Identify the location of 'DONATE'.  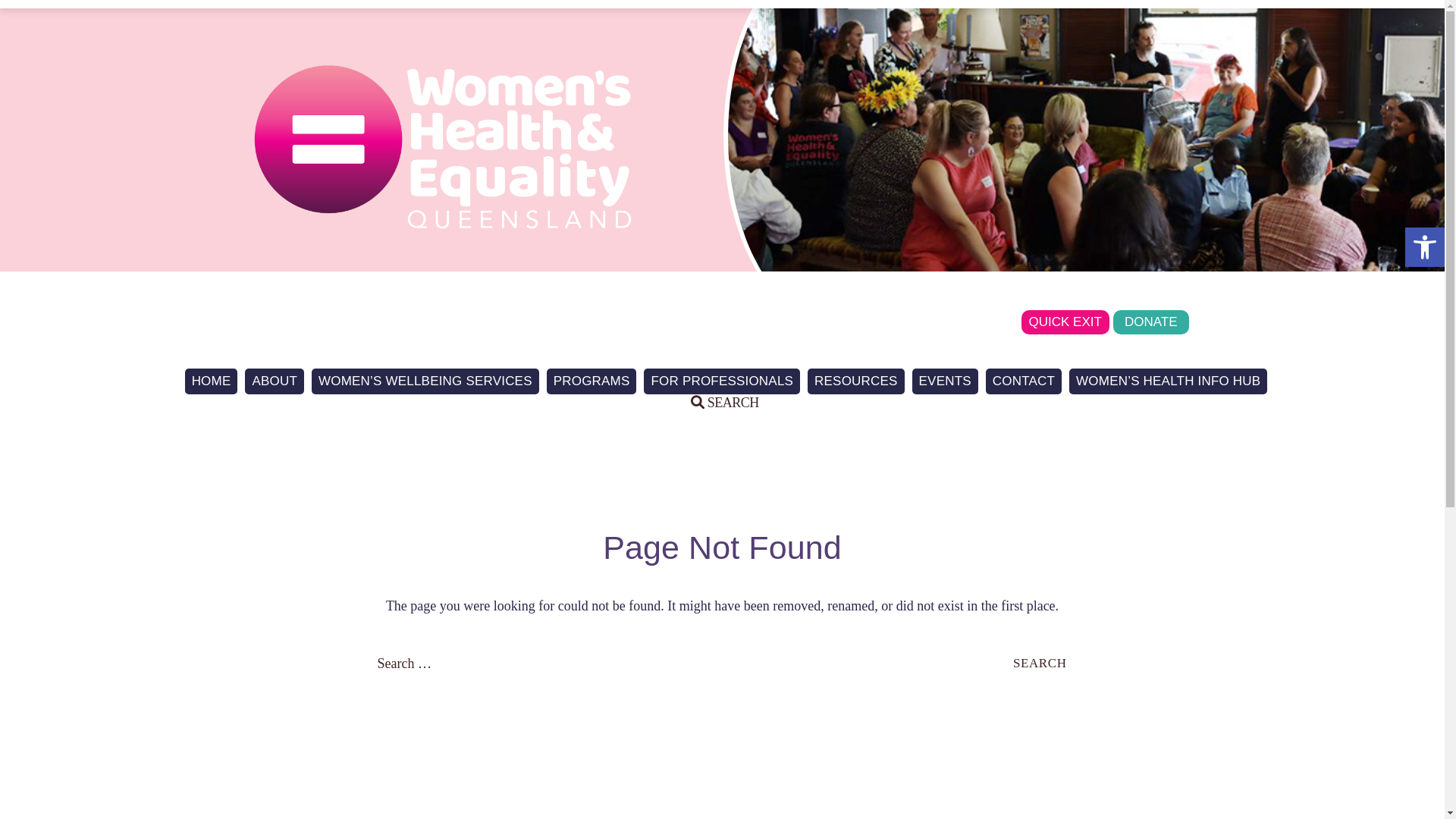
(1113, 321).